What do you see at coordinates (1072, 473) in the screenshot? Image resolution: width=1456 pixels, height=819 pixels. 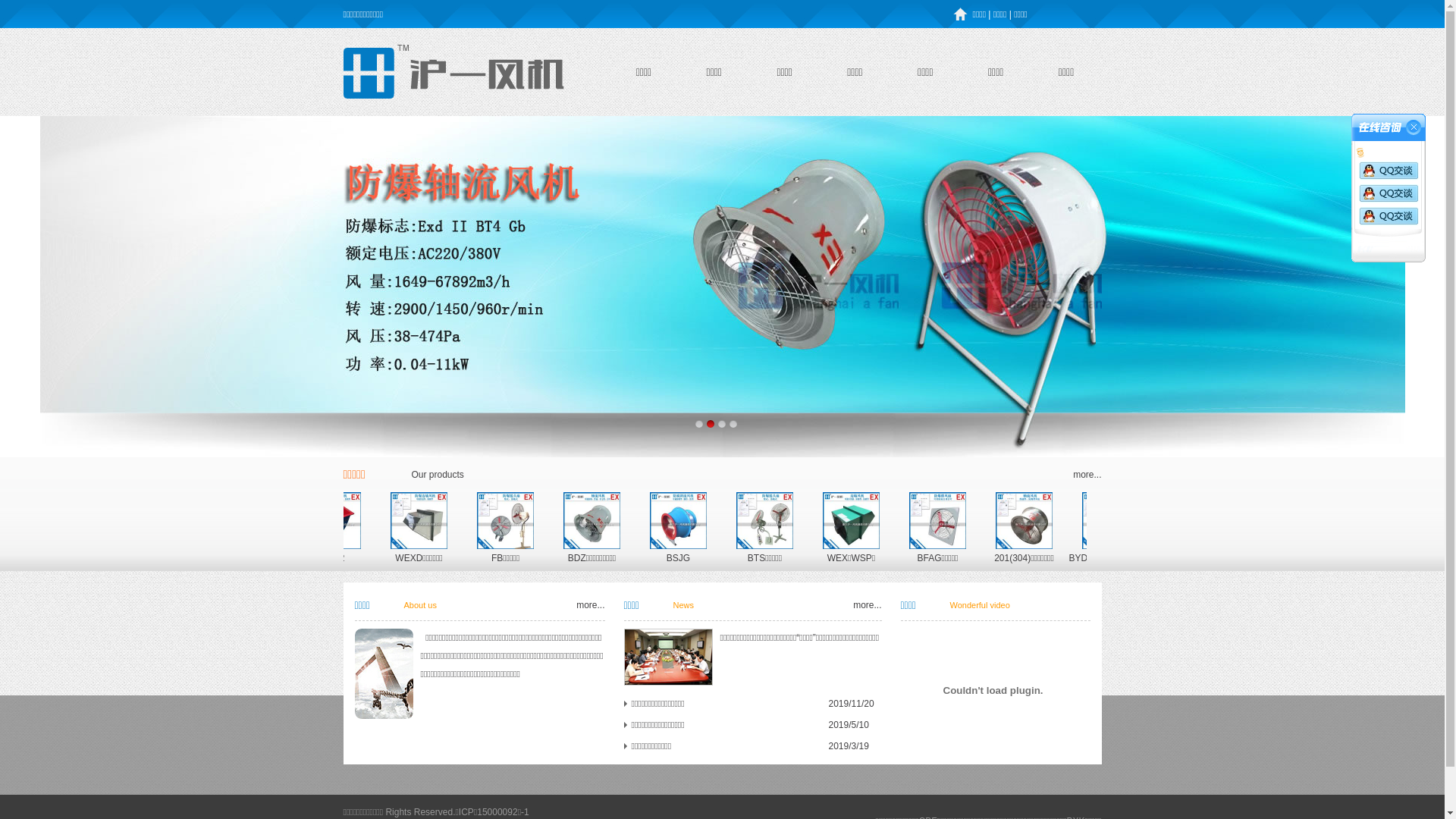 I see `'more...'` at bounding box center [1072, 473].